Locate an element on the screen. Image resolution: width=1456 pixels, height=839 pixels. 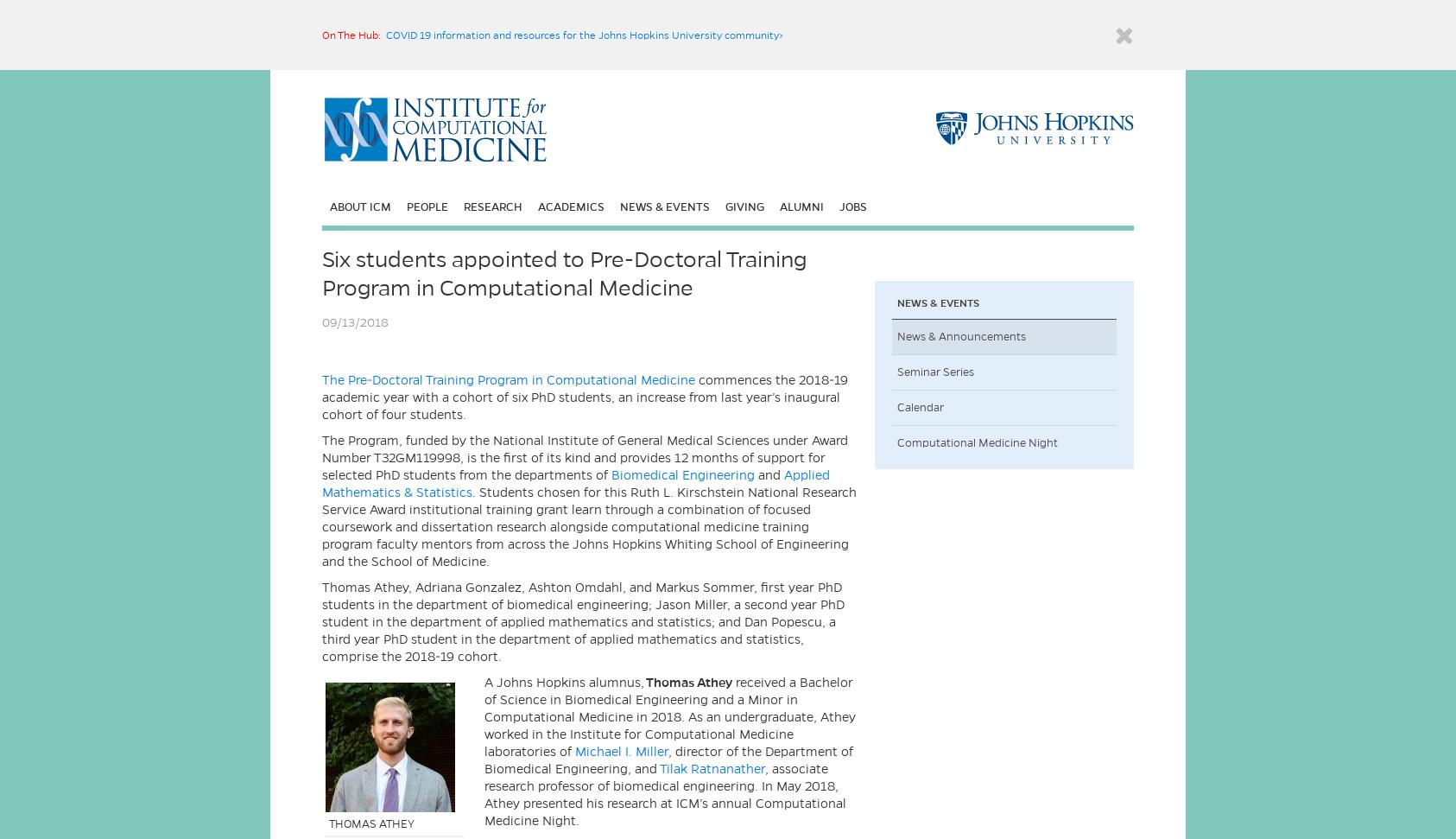
'Alumni' is located at coordinates (779, 206).